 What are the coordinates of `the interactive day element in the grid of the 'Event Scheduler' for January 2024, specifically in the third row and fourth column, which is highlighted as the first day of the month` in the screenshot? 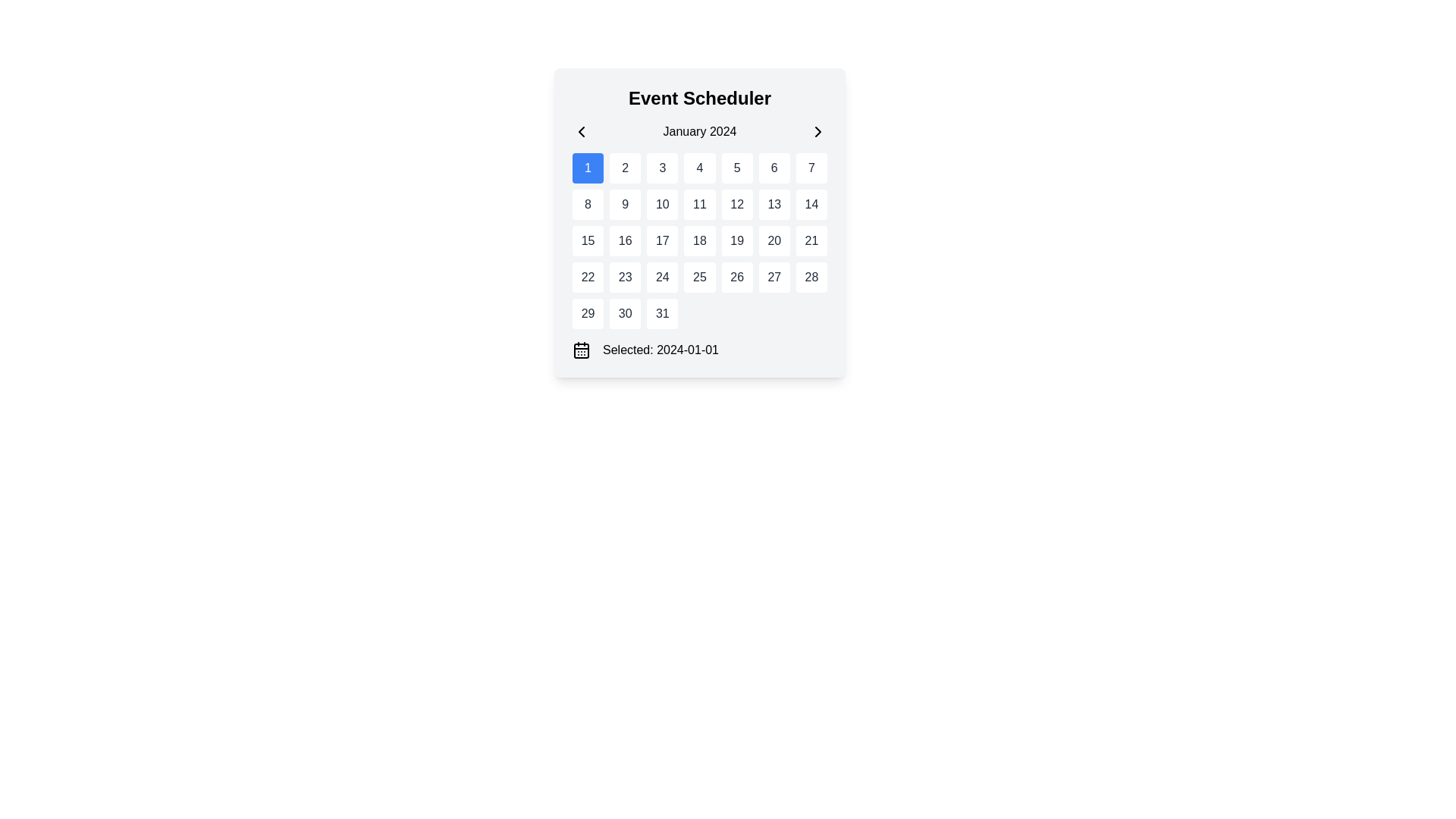 It's located at (698, 240).